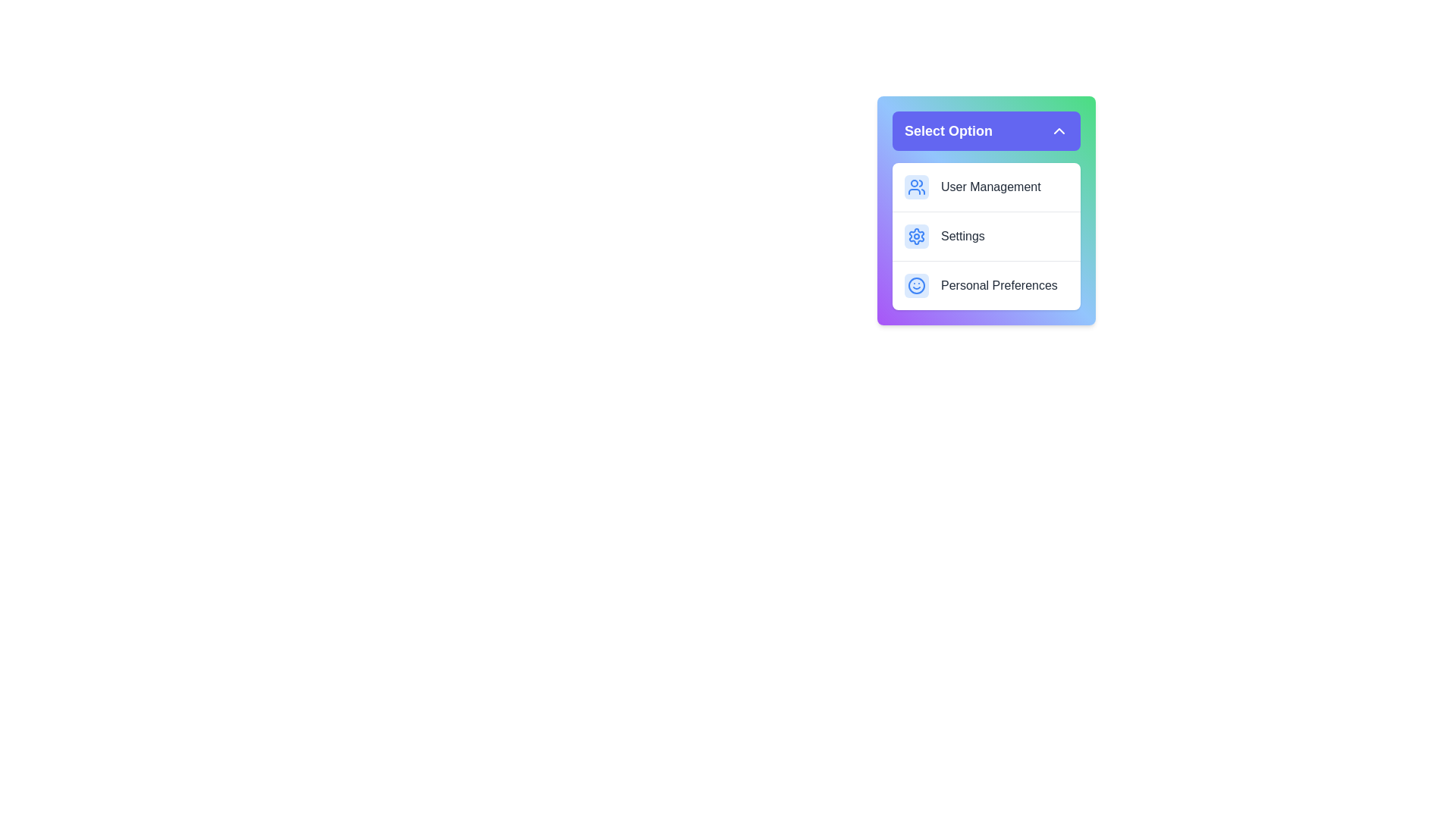  Describe the element at coordinates (916, 237) in the screenshot. I see `the 'Settings' icon in the options menu` at that location.